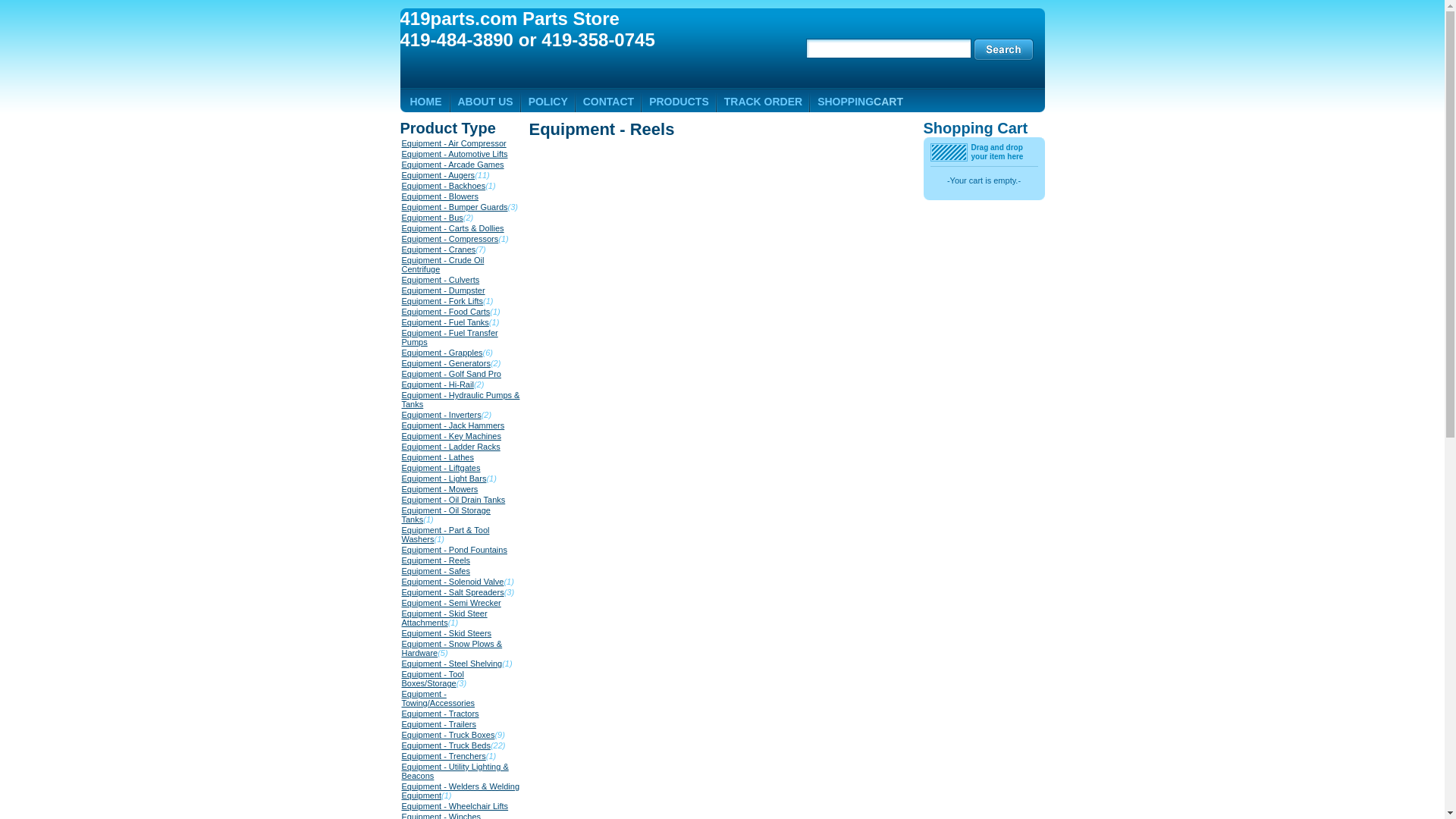  Describe the element at coordinates (440, 280) in the screenshot. I see `'Equipment - Culverts'` at that location.